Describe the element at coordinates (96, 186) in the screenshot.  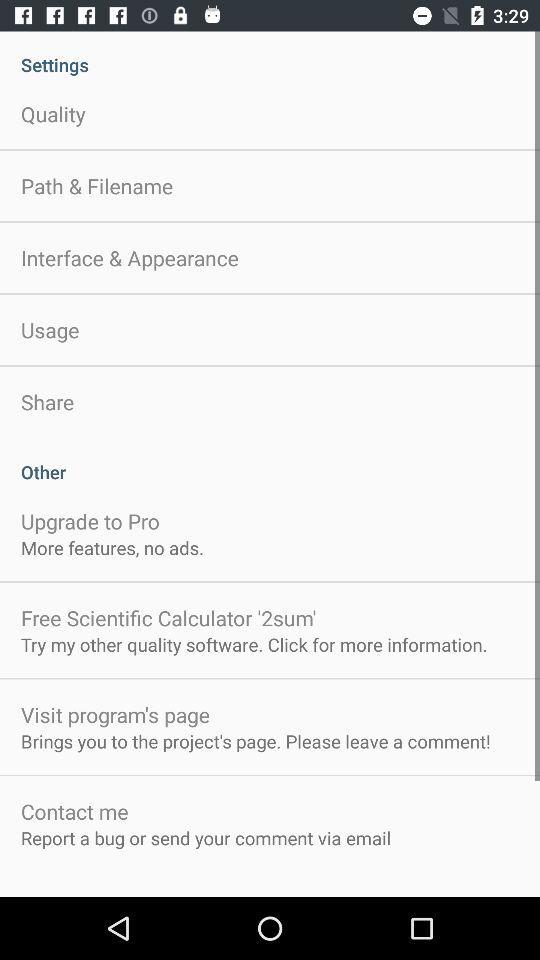
I see `the icon above interface & appearance item` at that location.